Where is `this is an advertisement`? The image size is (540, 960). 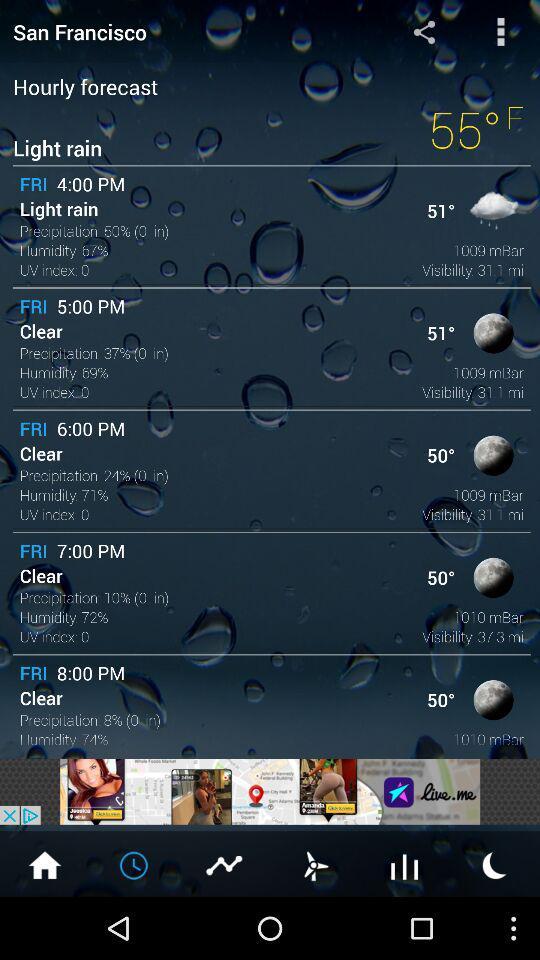
this is an advertisement is located at coordinates (270, 791).